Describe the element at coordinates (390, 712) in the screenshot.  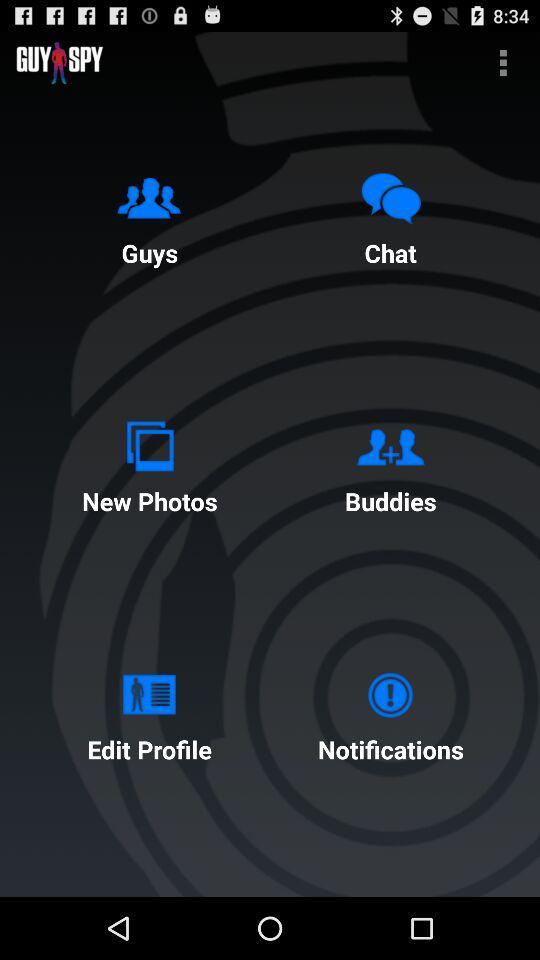
I see `the item to the right of edit profile item` at that location.